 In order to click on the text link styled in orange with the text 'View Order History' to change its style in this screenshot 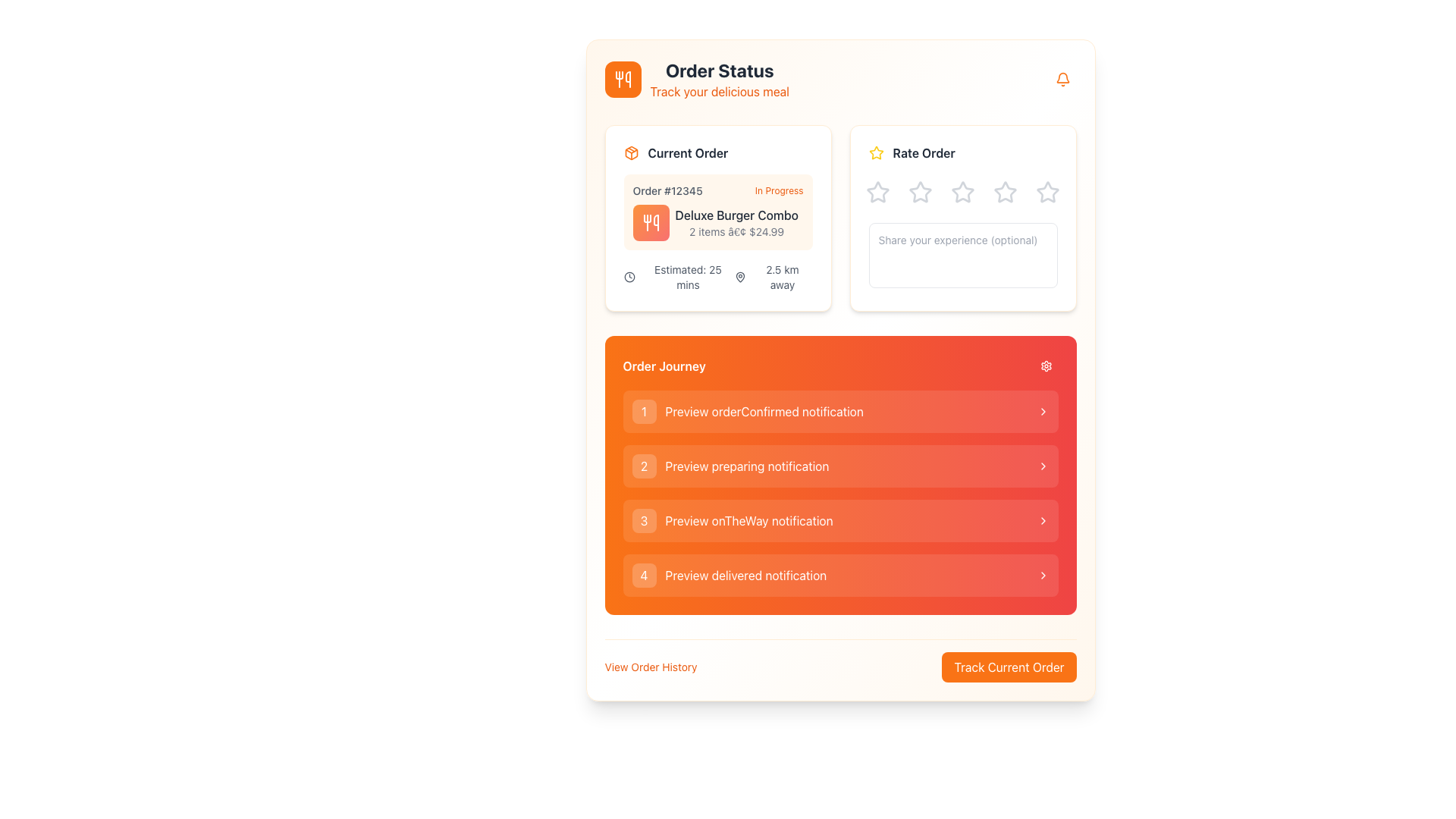, I will do `click(651, 666)`.